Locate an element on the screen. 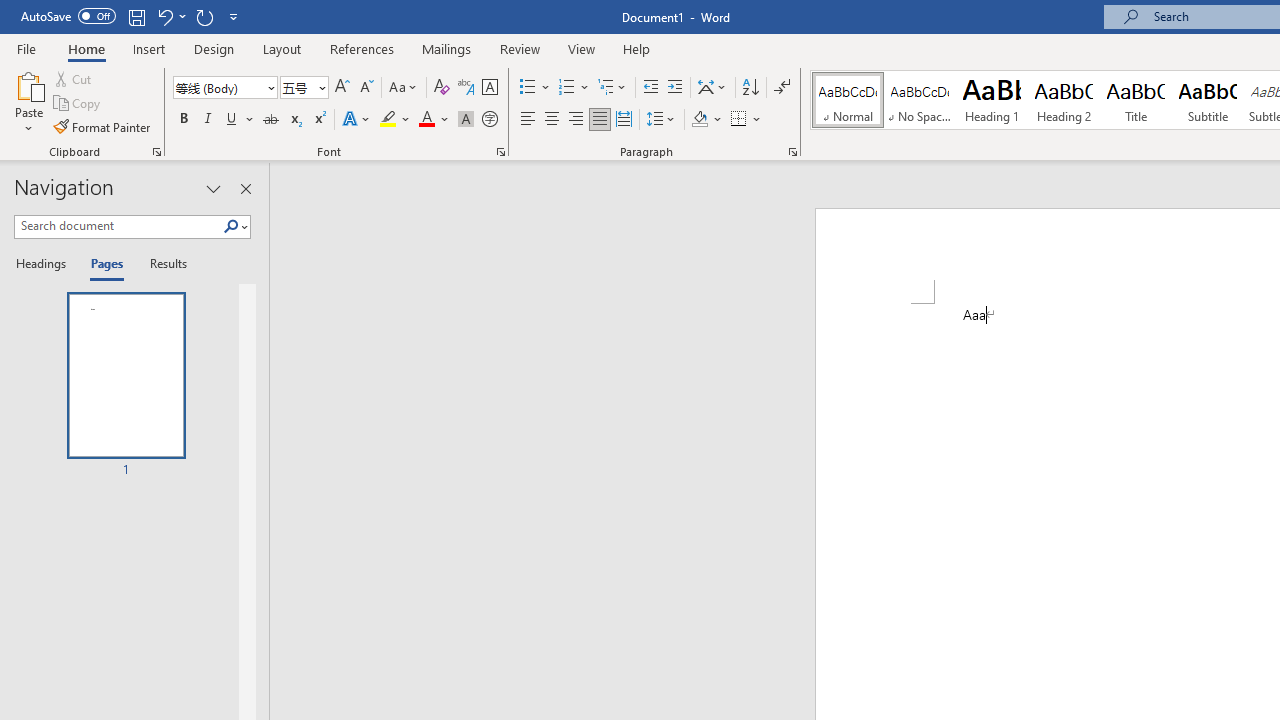  'Font' is located at coordinates (225, 86).